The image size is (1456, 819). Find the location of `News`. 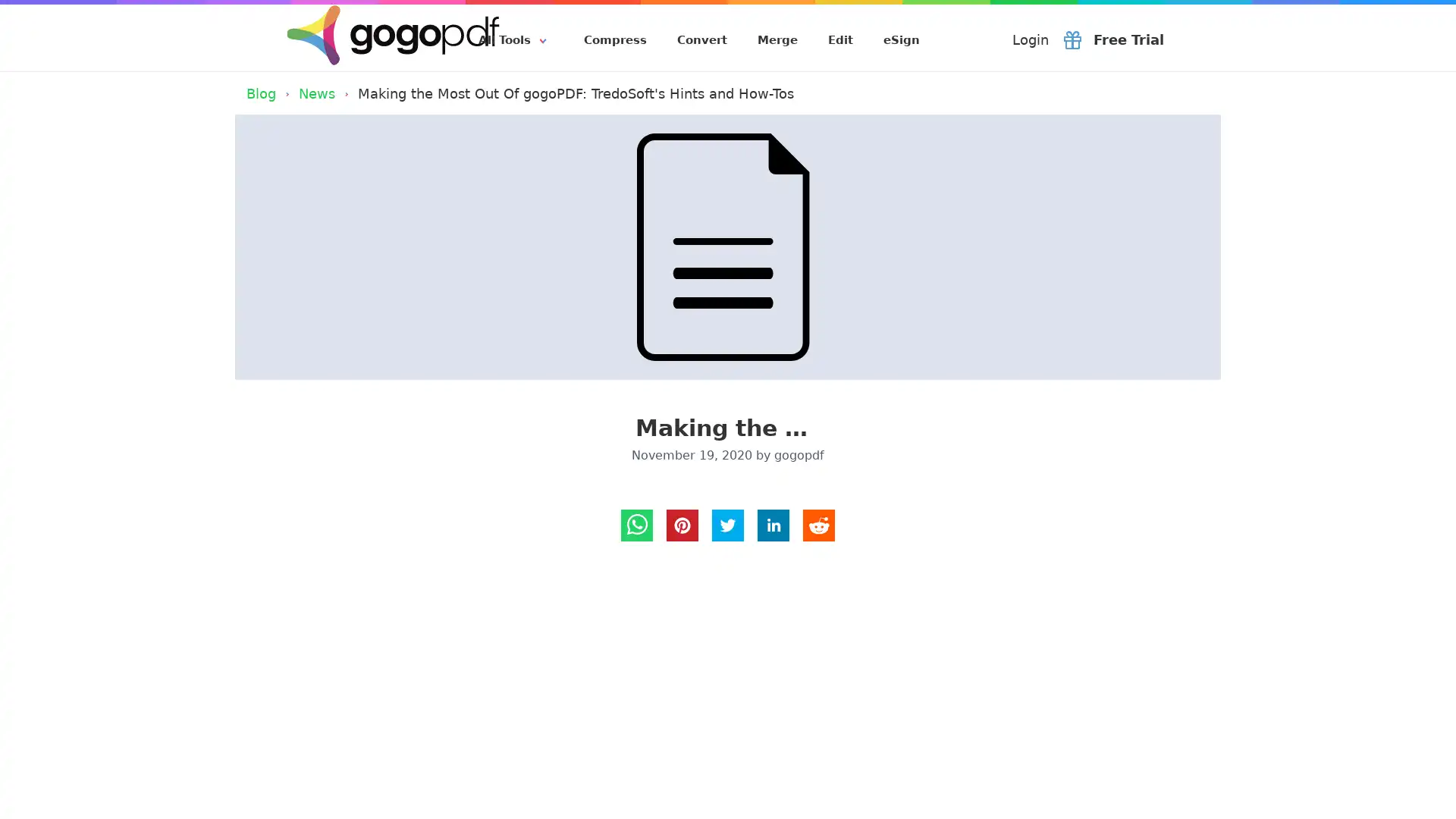

News is located at coordinates (315, 93).